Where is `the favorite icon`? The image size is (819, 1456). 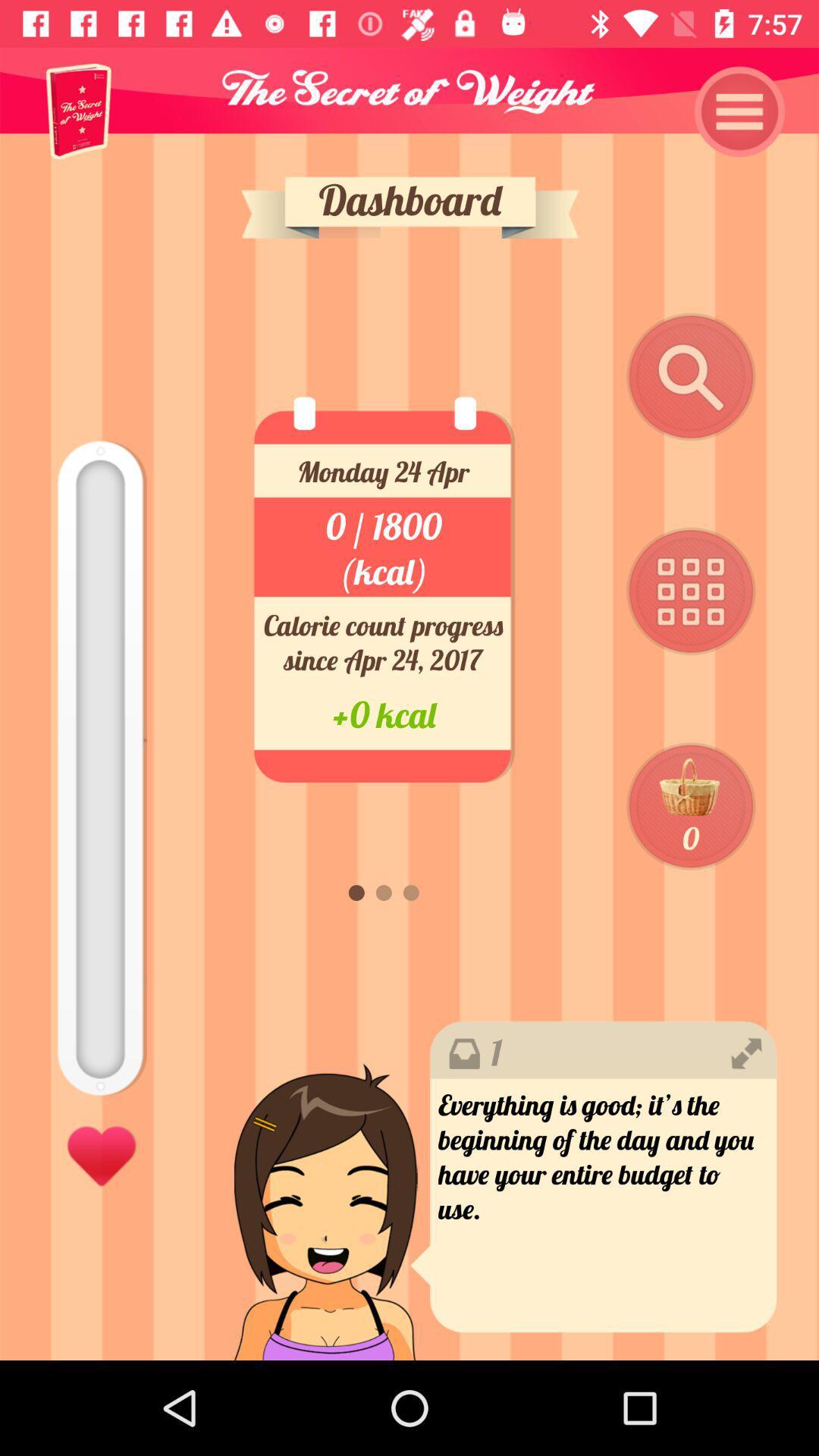 the favorite icon is located at coordinates (101, 1153).